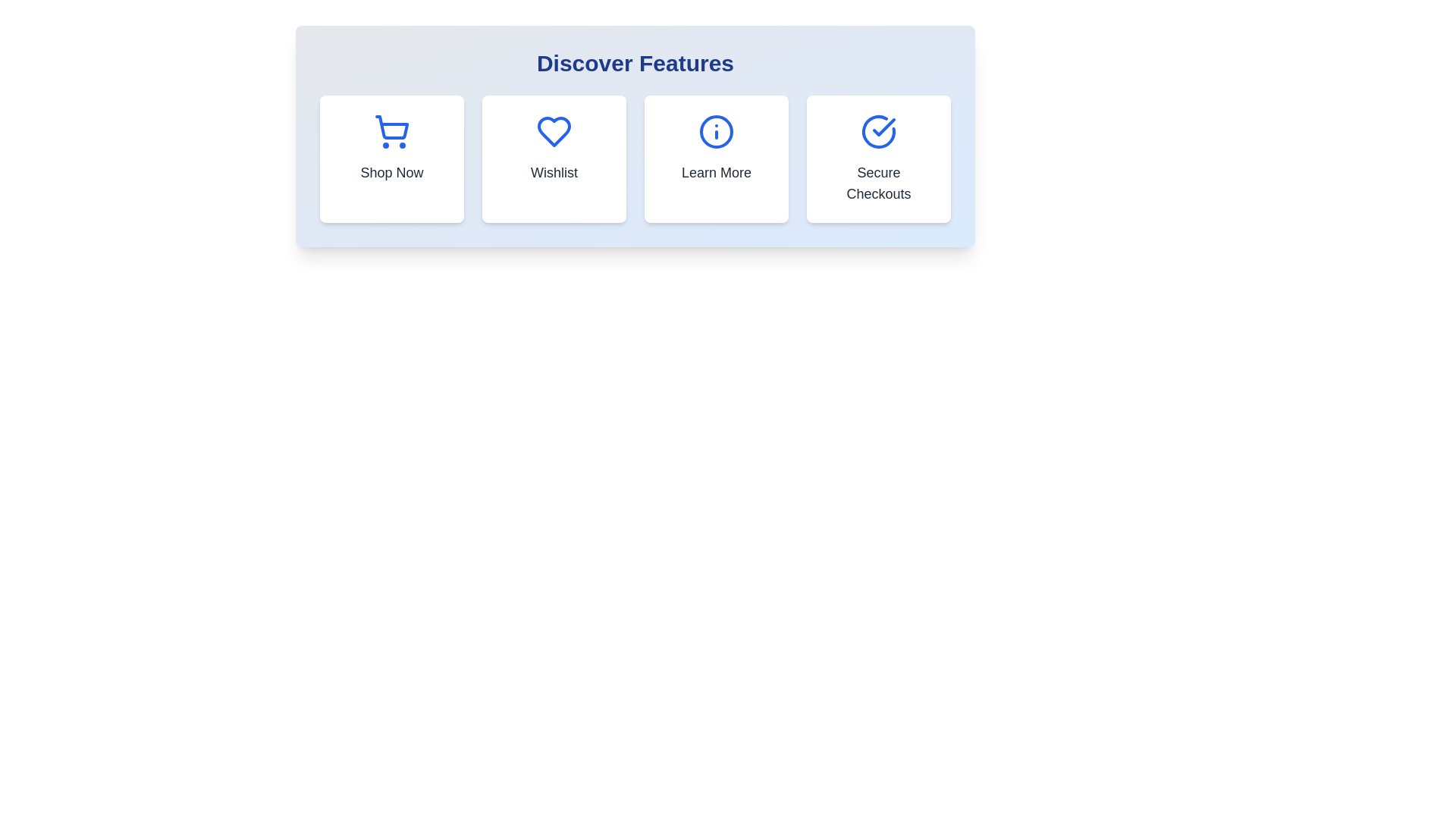 Image resolution: width=1456 pixels, height=819 pixels. Describe the element at coordinates (878, 158) in the screenshot. I see `the fourth card in the grid layout, which guides users to secure checkout processes` at that location.